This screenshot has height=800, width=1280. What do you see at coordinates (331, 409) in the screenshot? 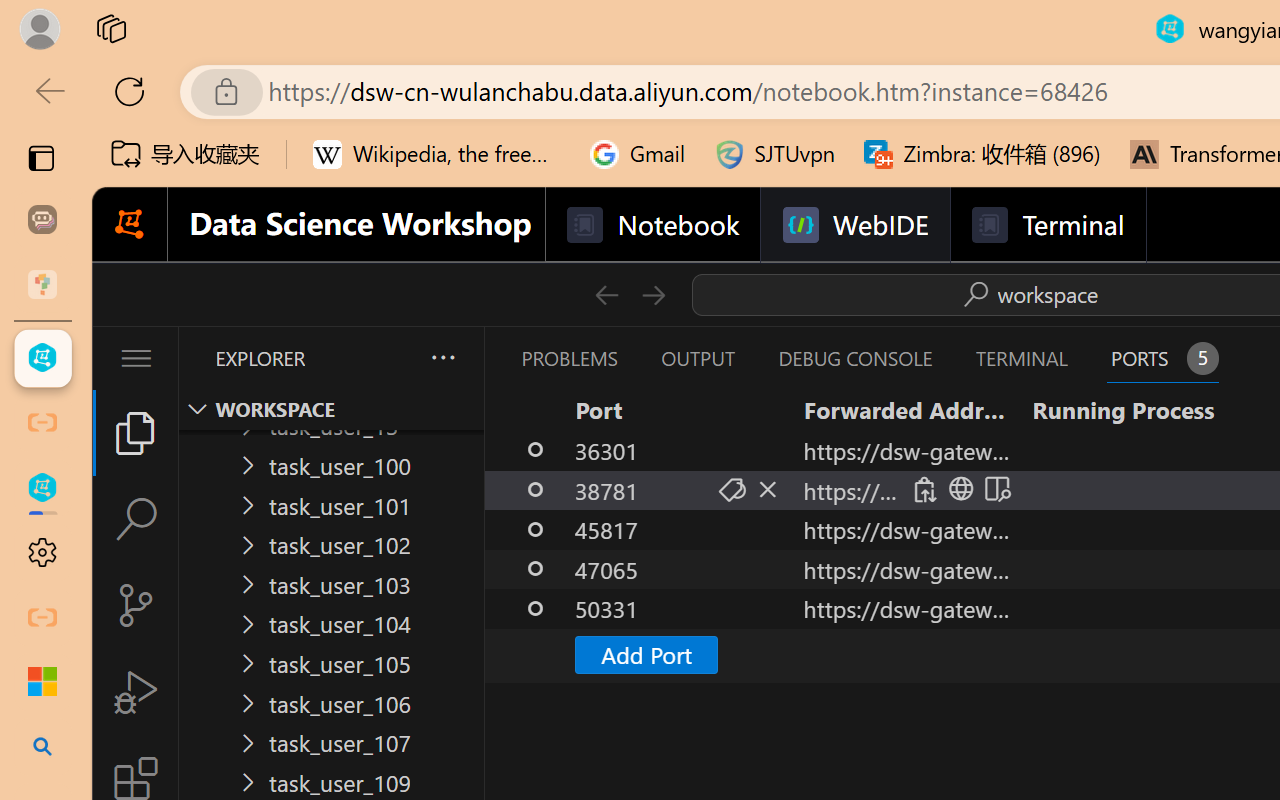
I see `'Explorer Section: workspace'` at bounding box center [331, 409].